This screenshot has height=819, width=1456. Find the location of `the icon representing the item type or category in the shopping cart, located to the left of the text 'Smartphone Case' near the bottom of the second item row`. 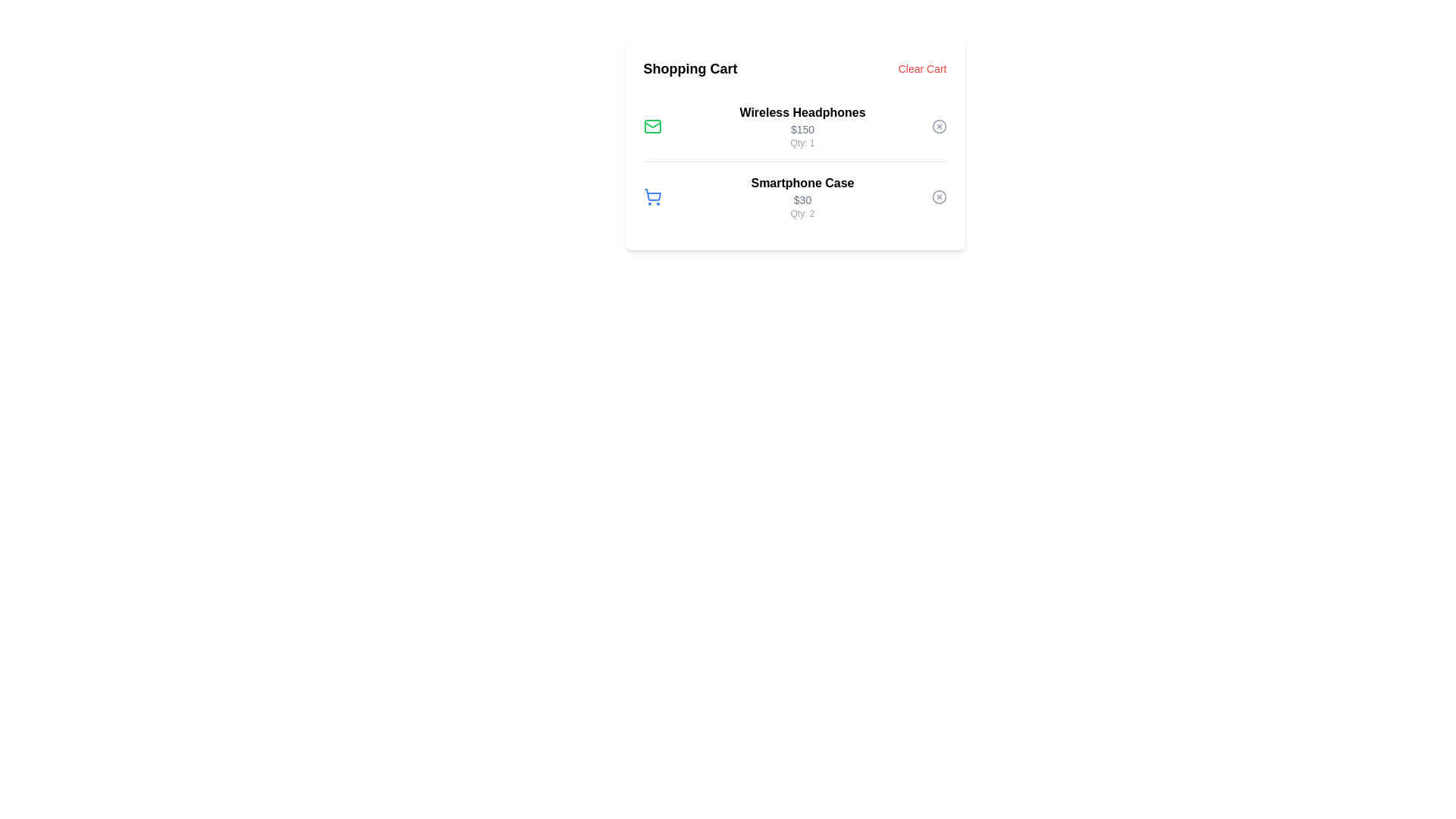

the icon representing the item type or category in the shopping cart, located to the left of the text 'Smartphone Case' near the bottom of the second item row is located at coordinates (652, 196).